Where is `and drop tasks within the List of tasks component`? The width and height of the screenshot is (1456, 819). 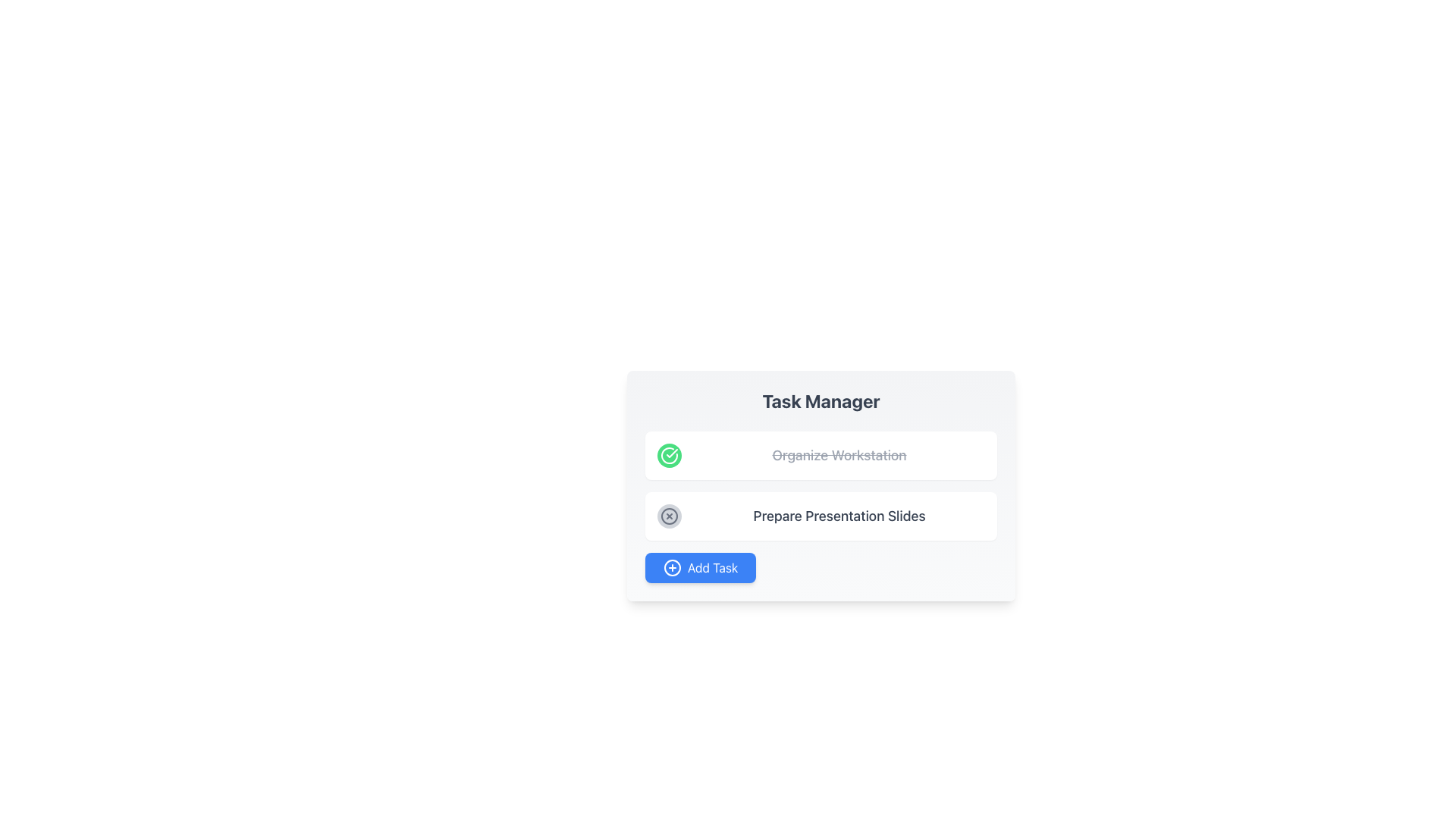 and drop tasks within the List of tasks component is located at coordinates (821, 485).